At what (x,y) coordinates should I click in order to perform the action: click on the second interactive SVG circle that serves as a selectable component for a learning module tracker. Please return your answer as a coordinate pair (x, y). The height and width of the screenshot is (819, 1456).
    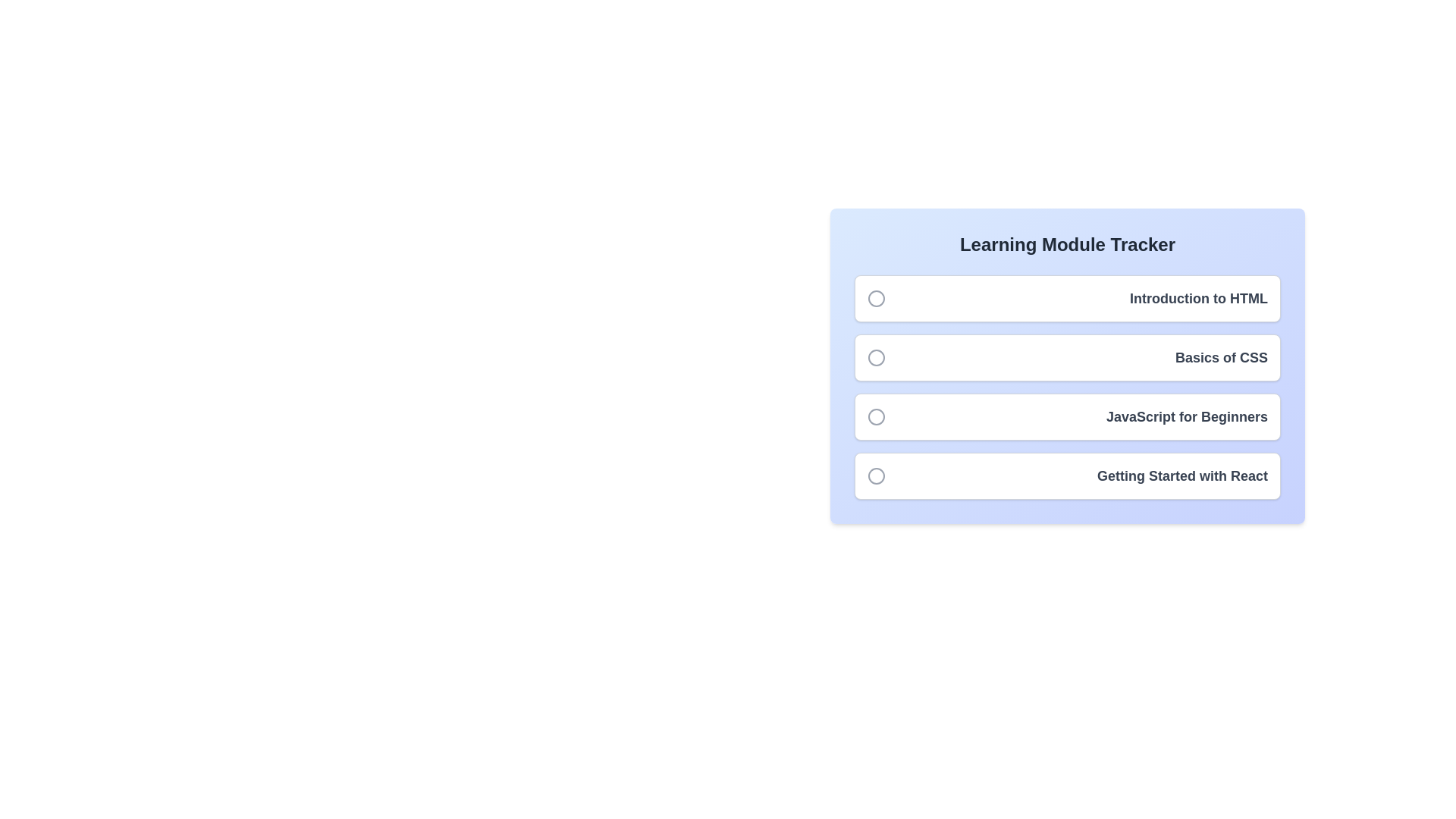
    Looking at the image, I should click on (877, 357).